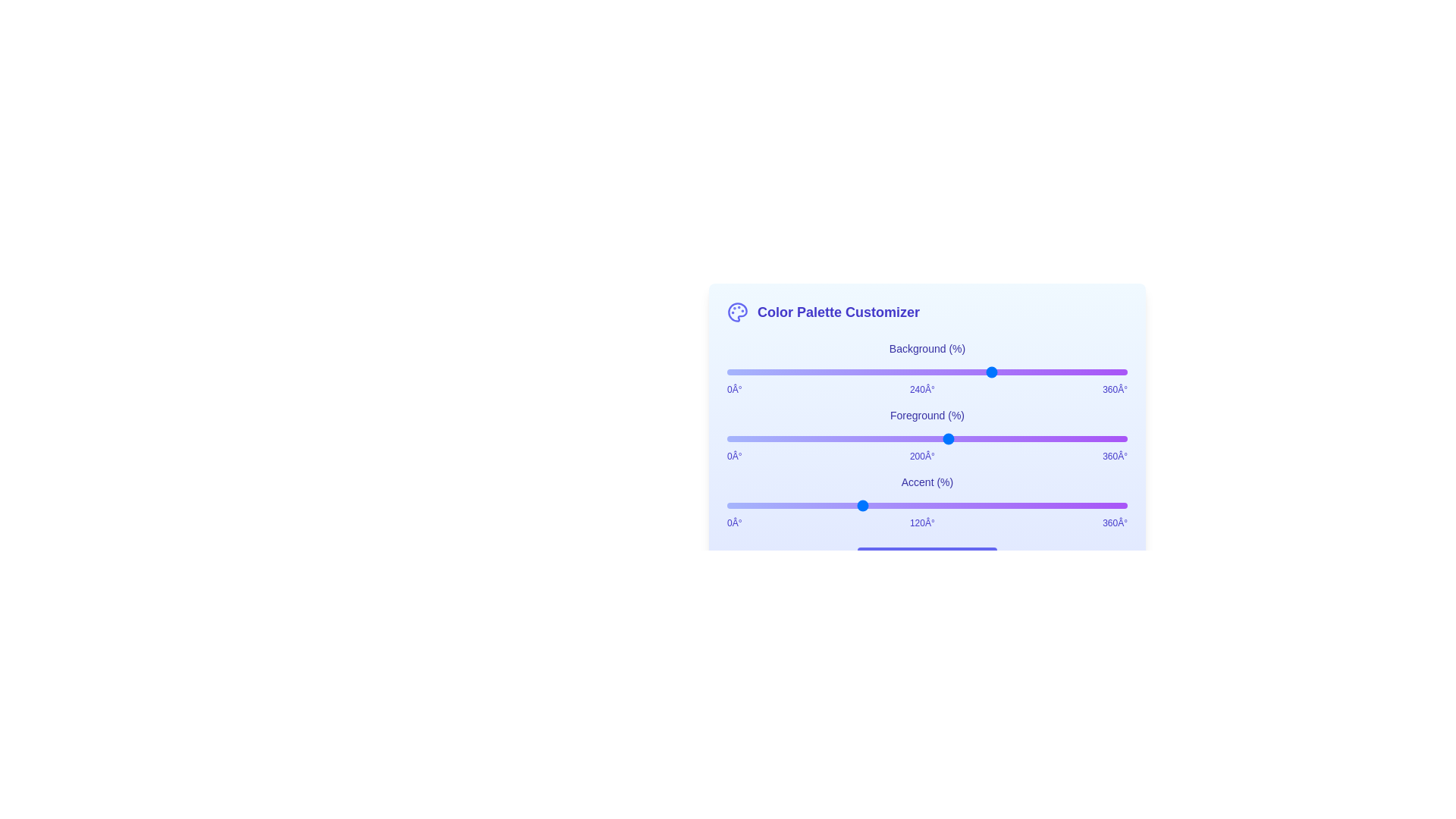 The height and width of the screenshot is (819, 1456). I want to click on the 'Export Palette' button, so click(927, 563).